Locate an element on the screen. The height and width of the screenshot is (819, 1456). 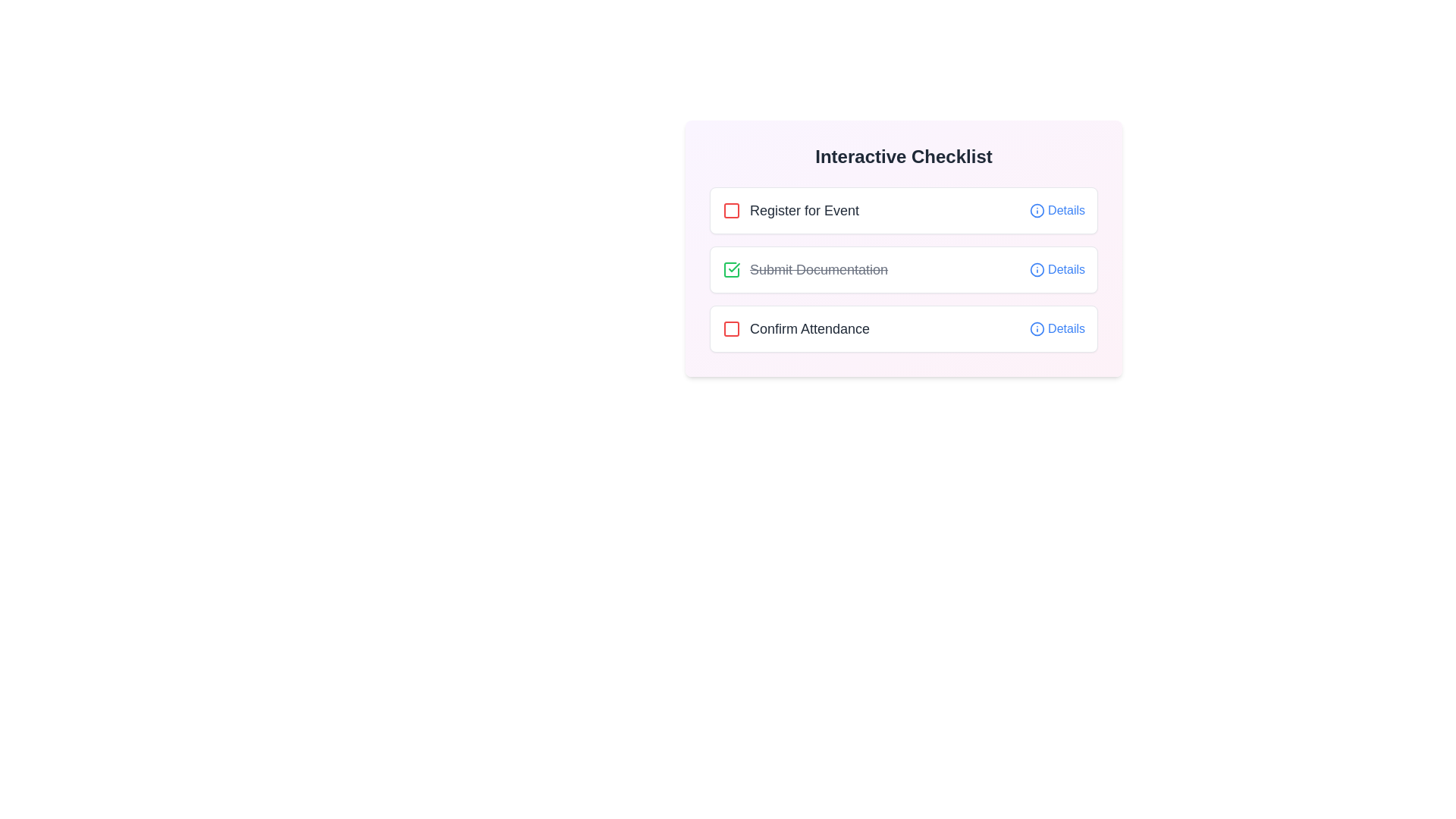
the checkbox-like component located to the left of the 'Register for Event' label is located at coordinates (731, 210).